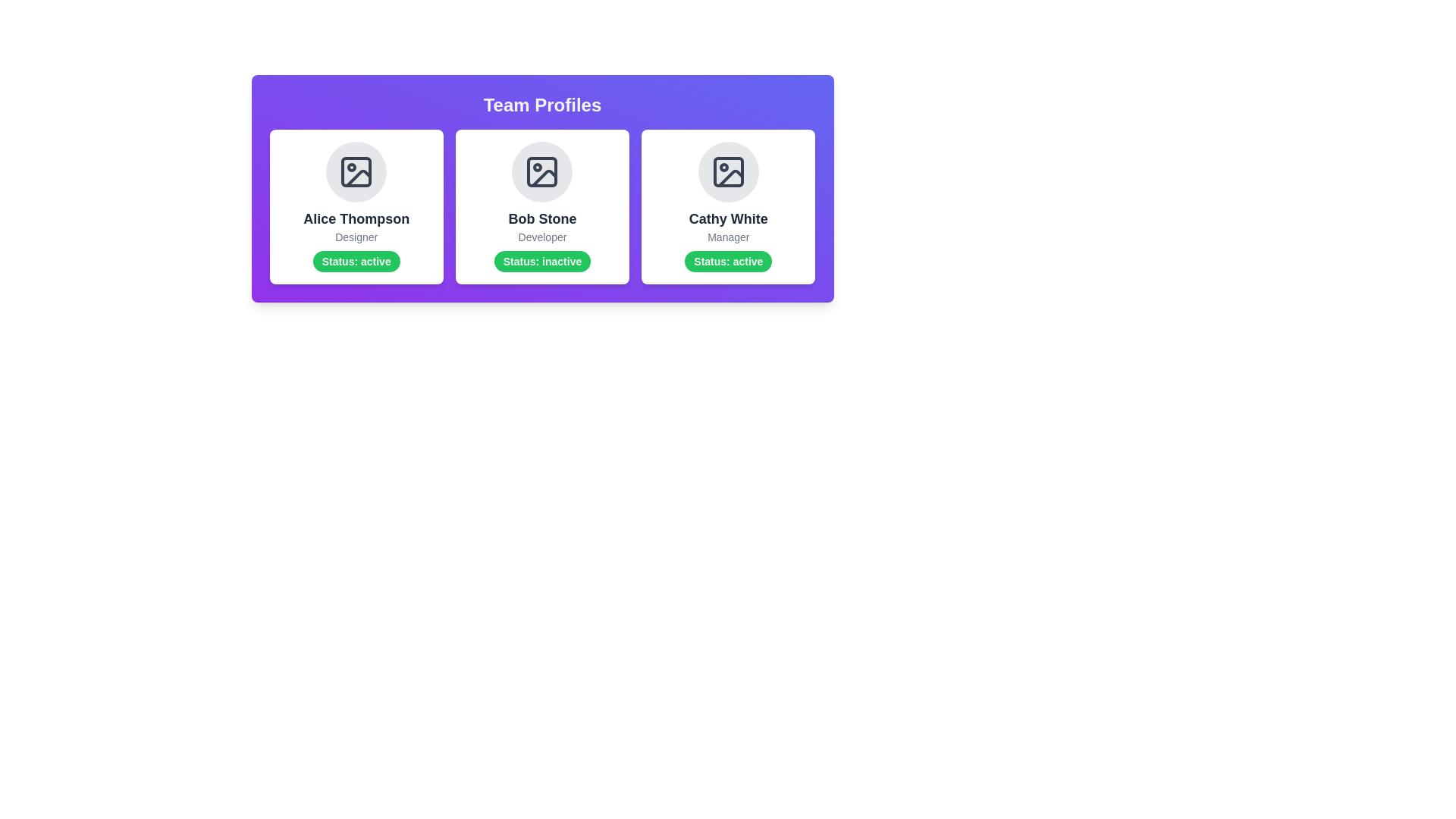 The image size is (1456, 819). I want to click on the pill-shaped label with a green background and white text that says 'Status: active', so click(356, 260).